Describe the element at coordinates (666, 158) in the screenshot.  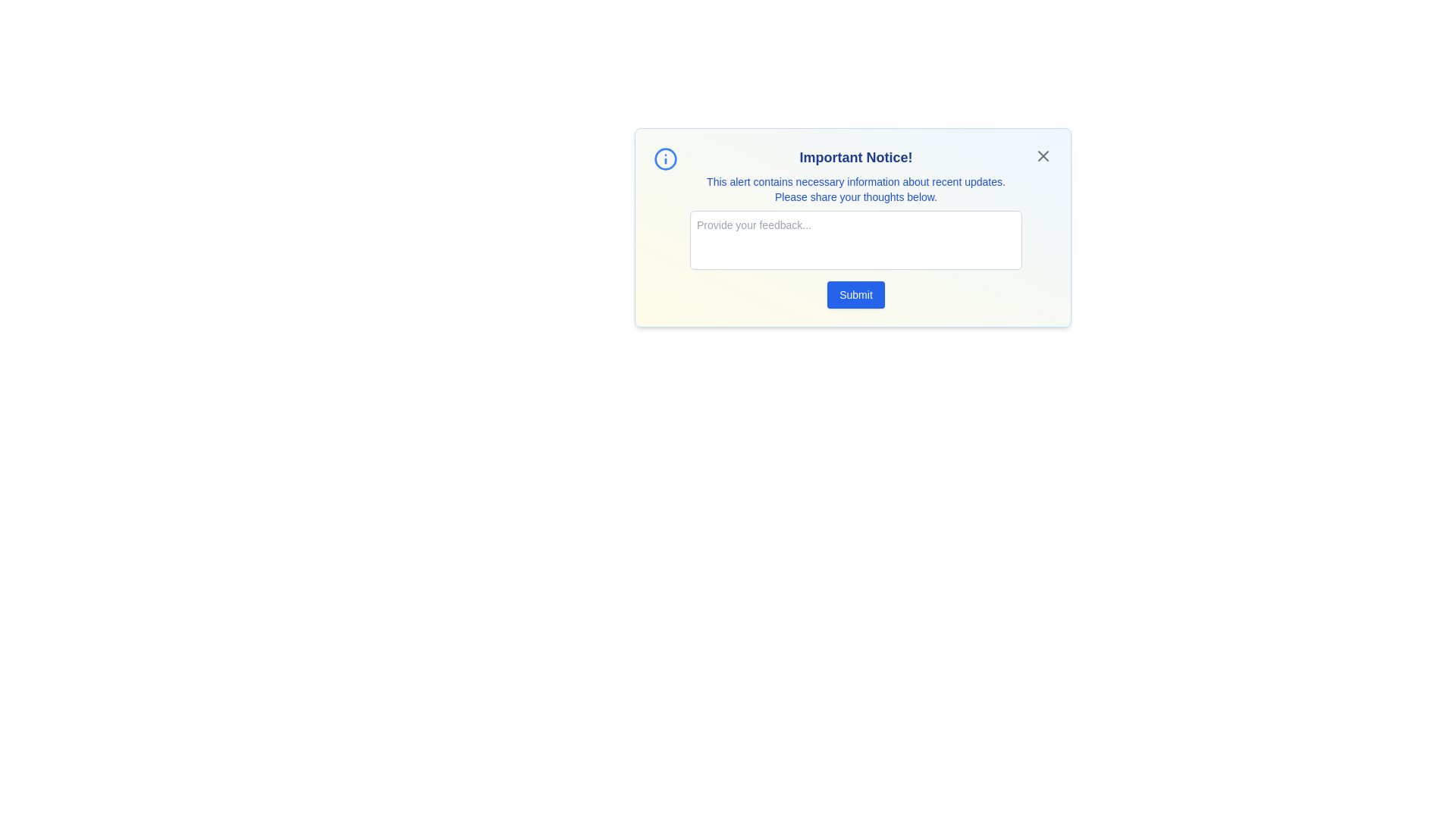
I see `the Information Icon located at the top-left corner of the notice box, next to the 'Important Notice!' text` at that location.